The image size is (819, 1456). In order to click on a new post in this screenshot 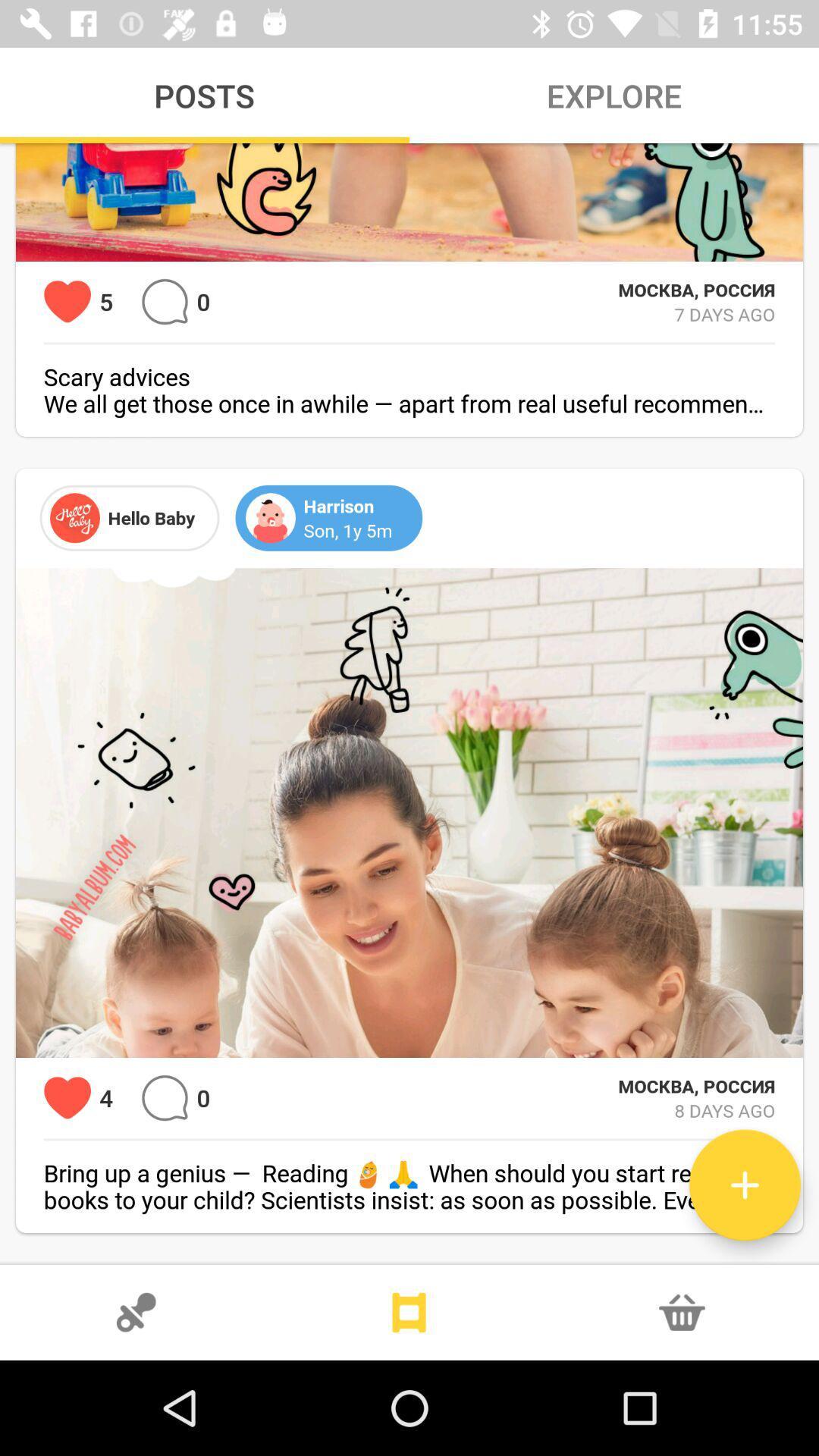, I will do `click(744, 1185)`.